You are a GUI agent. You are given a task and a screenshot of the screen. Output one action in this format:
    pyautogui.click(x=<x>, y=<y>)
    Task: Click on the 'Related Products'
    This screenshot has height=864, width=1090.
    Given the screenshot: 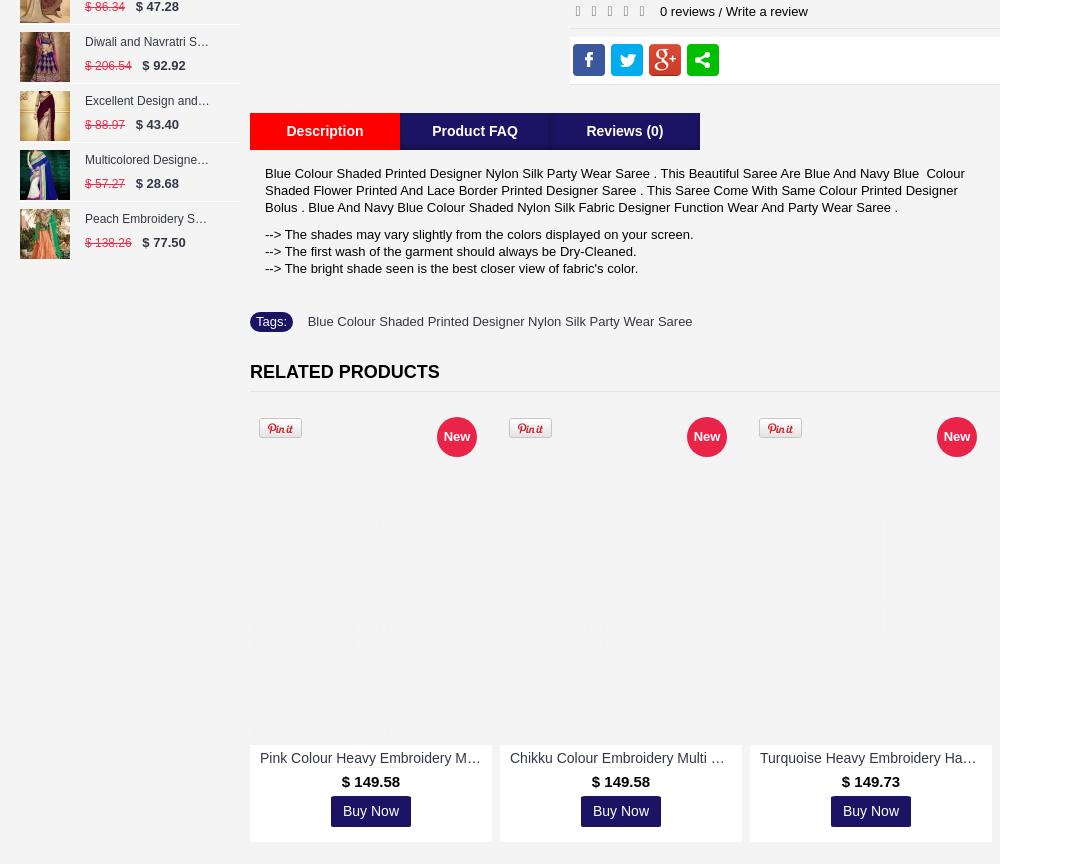 What is the action you would take?
    pyautogui.click(x=343, y=371)
    